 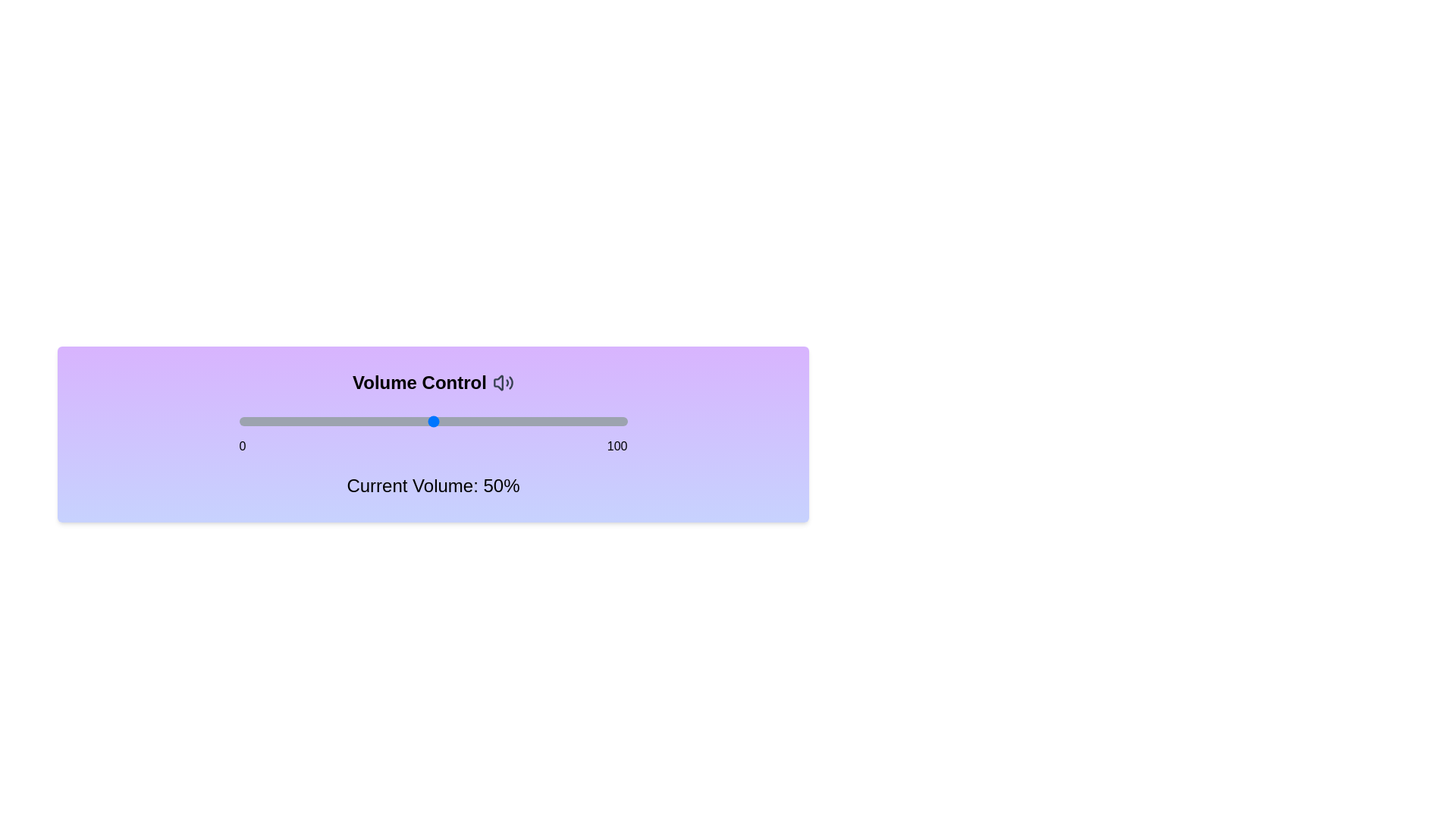 I want to click on the volume to 62% by dragging the slider, so click(x=479, y=421).